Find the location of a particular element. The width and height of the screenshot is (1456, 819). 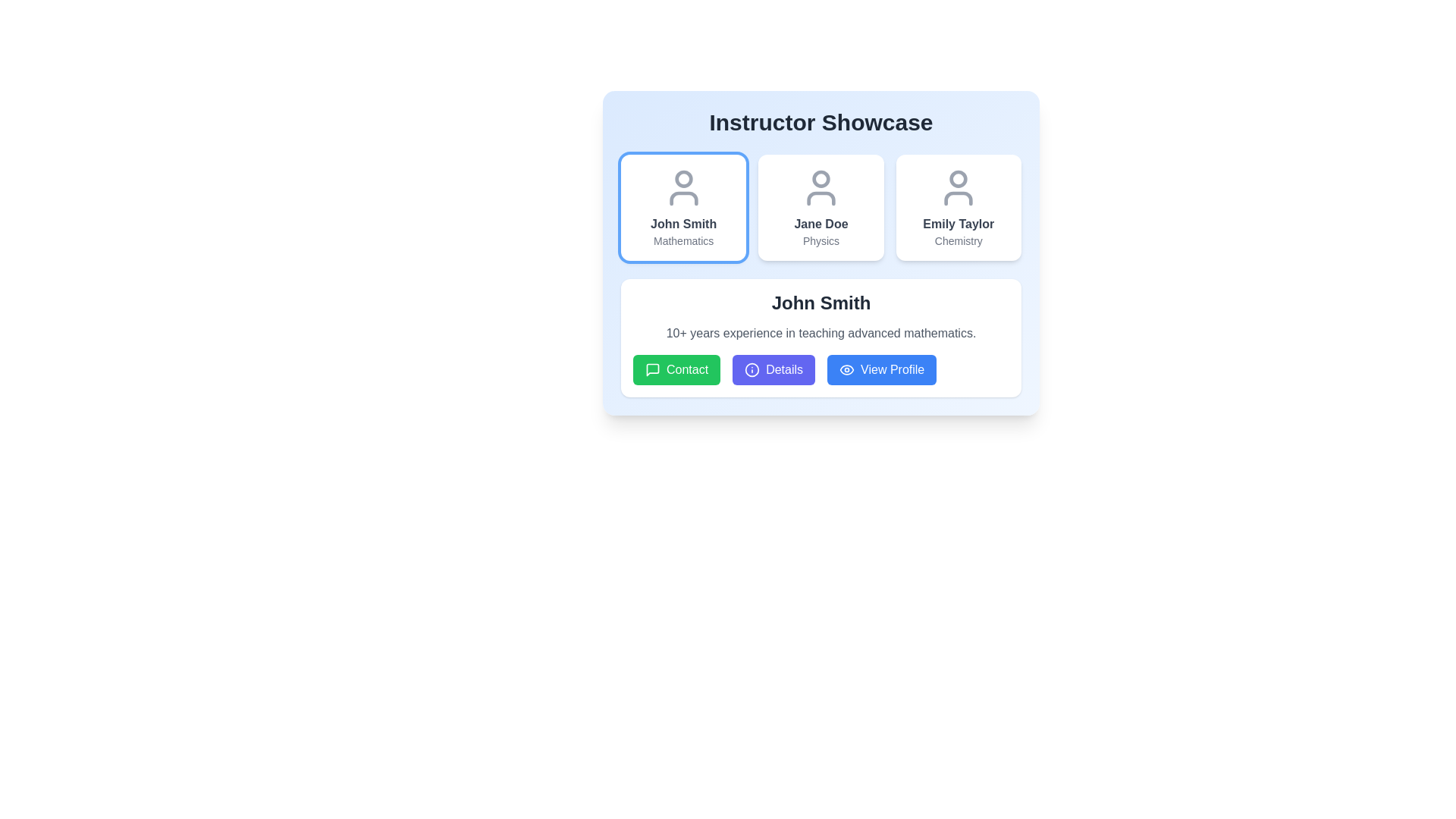

the inner circular graphical element of the info icon in the user profile interface, which serves as a decorative or symbolic component is located at coordinates (752, 370).